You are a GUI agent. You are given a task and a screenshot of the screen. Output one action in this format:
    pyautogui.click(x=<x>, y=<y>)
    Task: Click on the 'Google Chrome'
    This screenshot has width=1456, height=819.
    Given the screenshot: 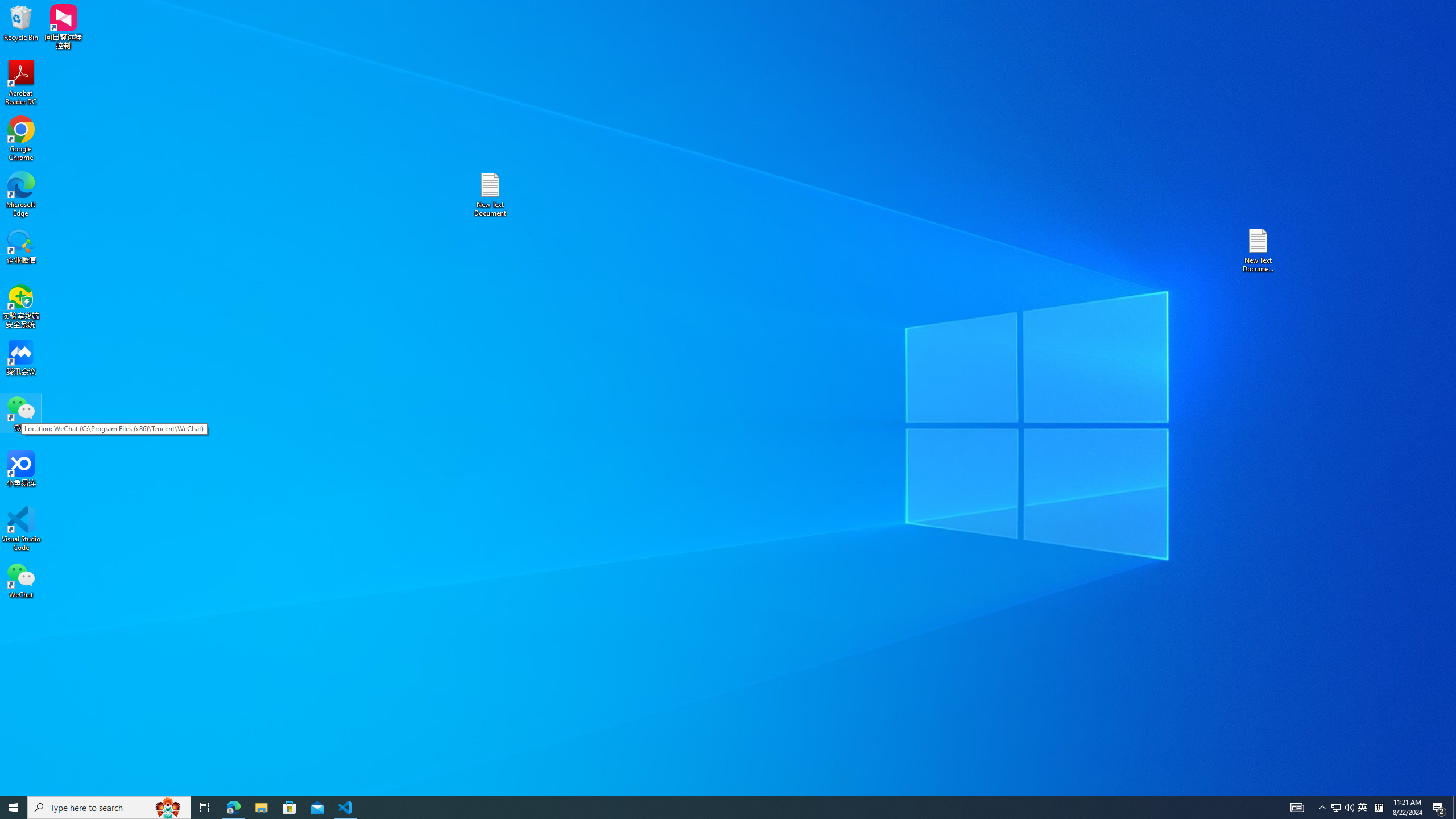 What is the action you would take?
    pyautogui.click(x=20, y=139)
    